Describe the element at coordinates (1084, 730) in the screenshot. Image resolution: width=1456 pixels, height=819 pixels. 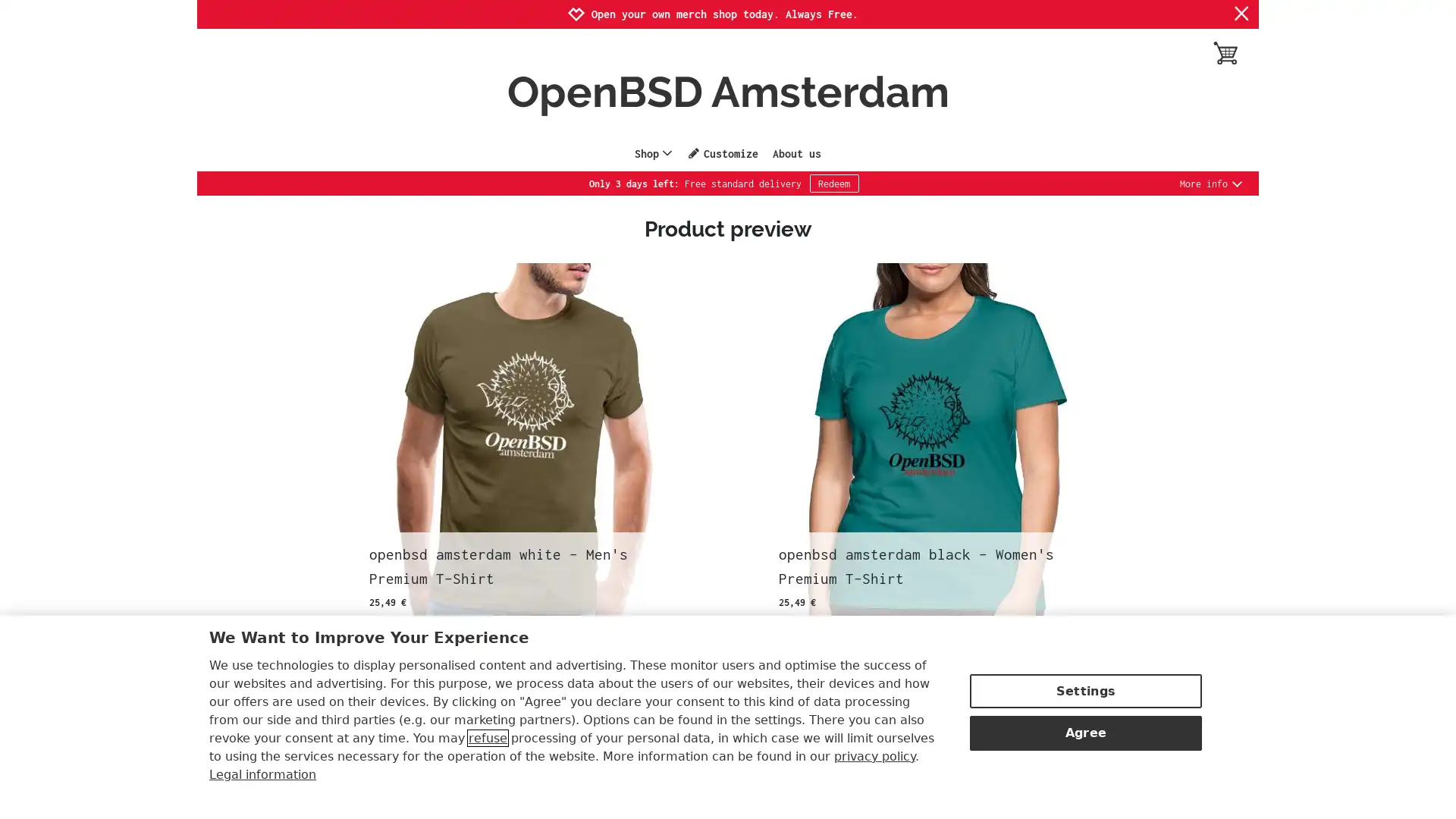
I see `Agree` at that location.